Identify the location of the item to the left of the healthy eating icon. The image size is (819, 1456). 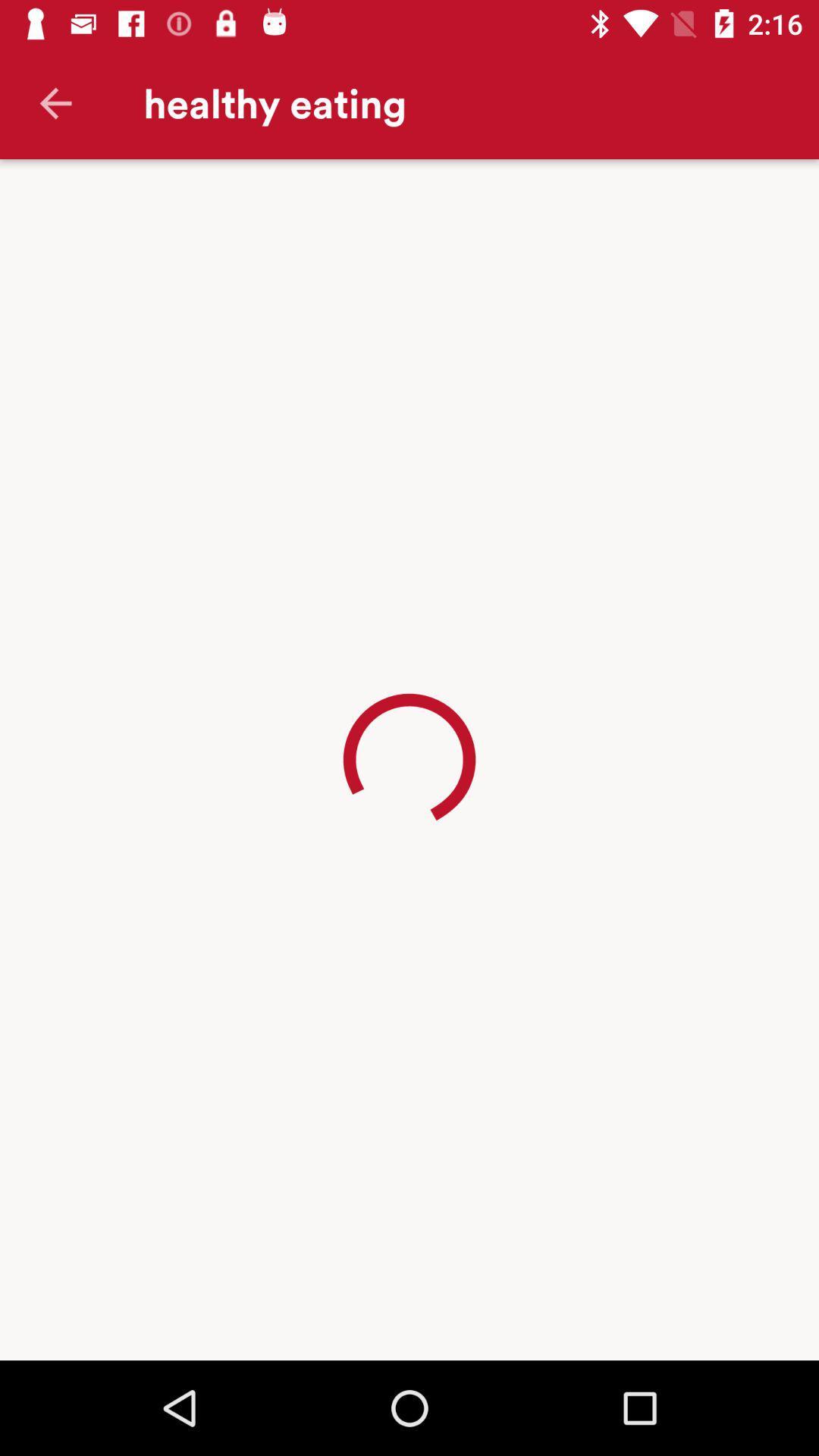
(55, 102).